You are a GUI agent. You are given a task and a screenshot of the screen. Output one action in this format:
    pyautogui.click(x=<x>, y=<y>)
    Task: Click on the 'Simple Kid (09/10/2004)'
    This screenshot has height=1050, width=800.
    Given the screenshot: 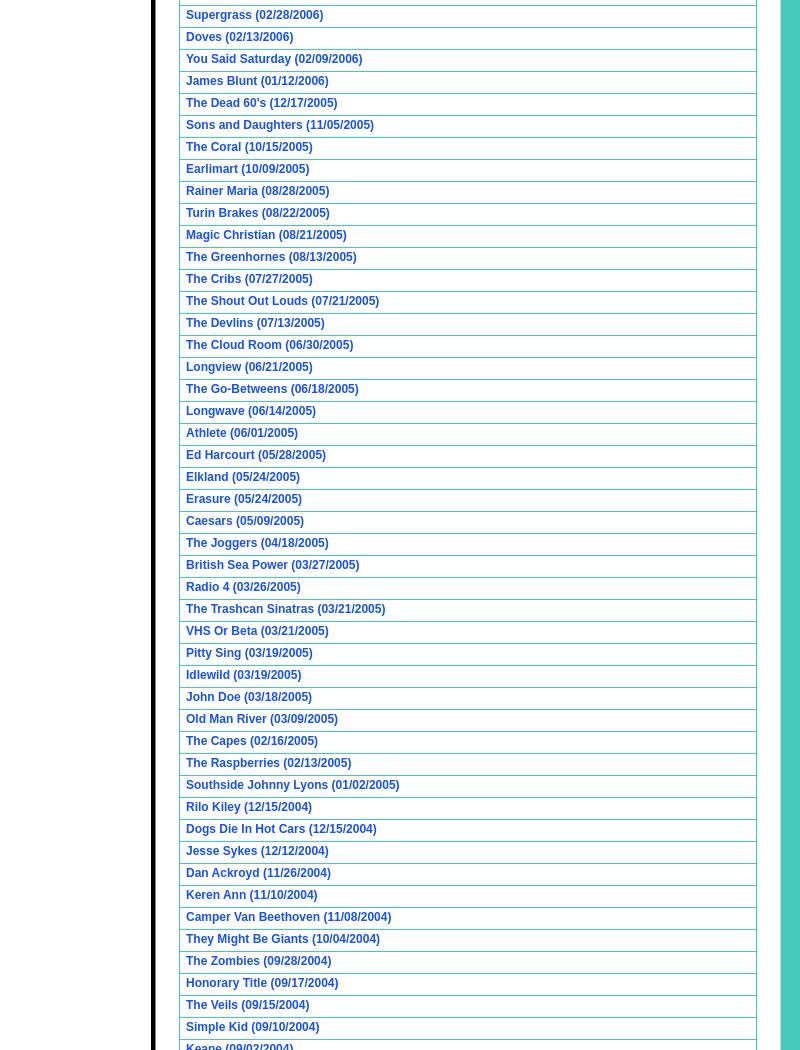 What is the action you would take?
    pyautogui.click(x=251, y=1026)
    